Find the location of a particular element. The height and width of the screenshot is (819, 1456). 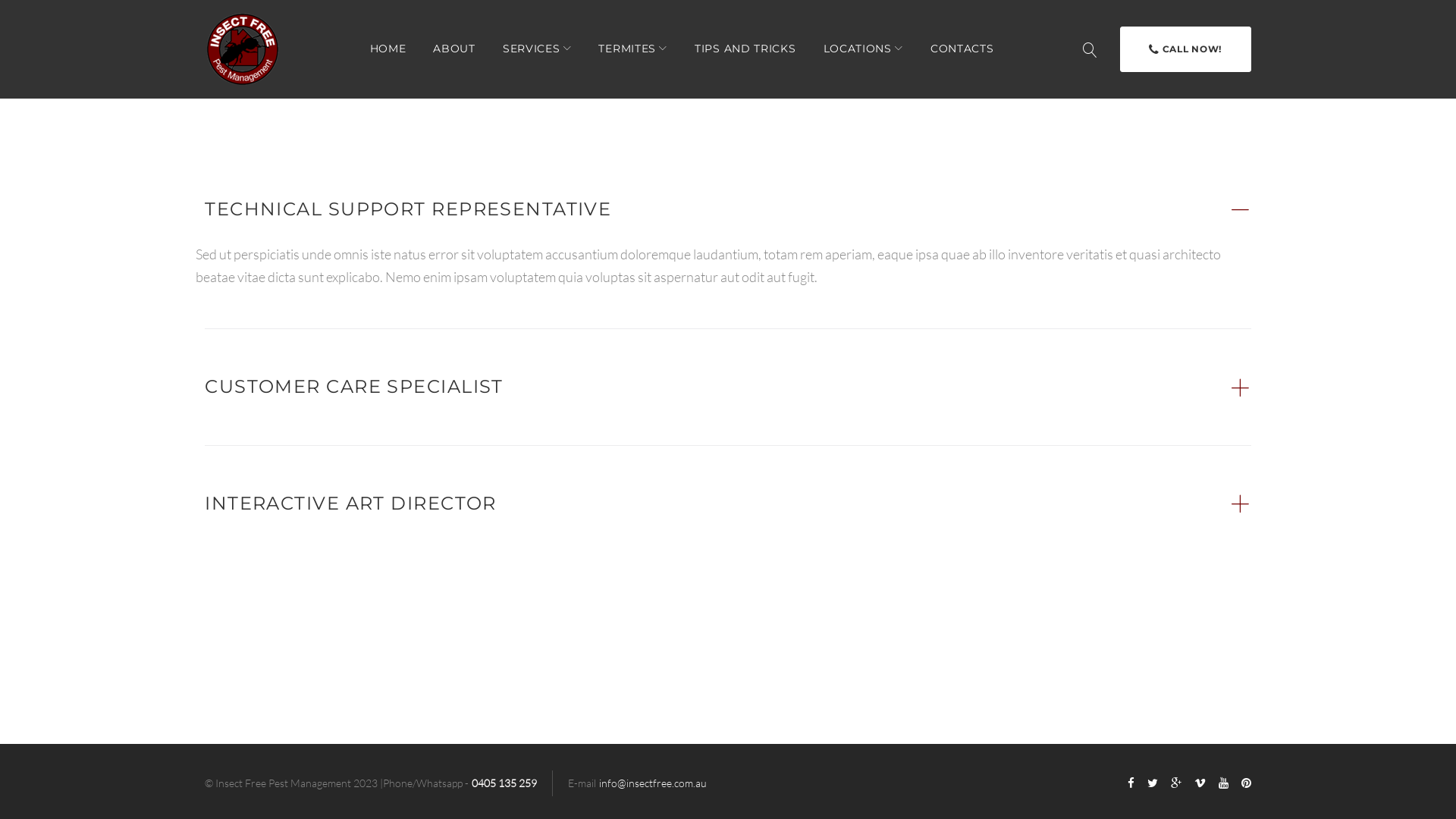

'TIPS AND TRICKS' is located at coordinates (745, 48).